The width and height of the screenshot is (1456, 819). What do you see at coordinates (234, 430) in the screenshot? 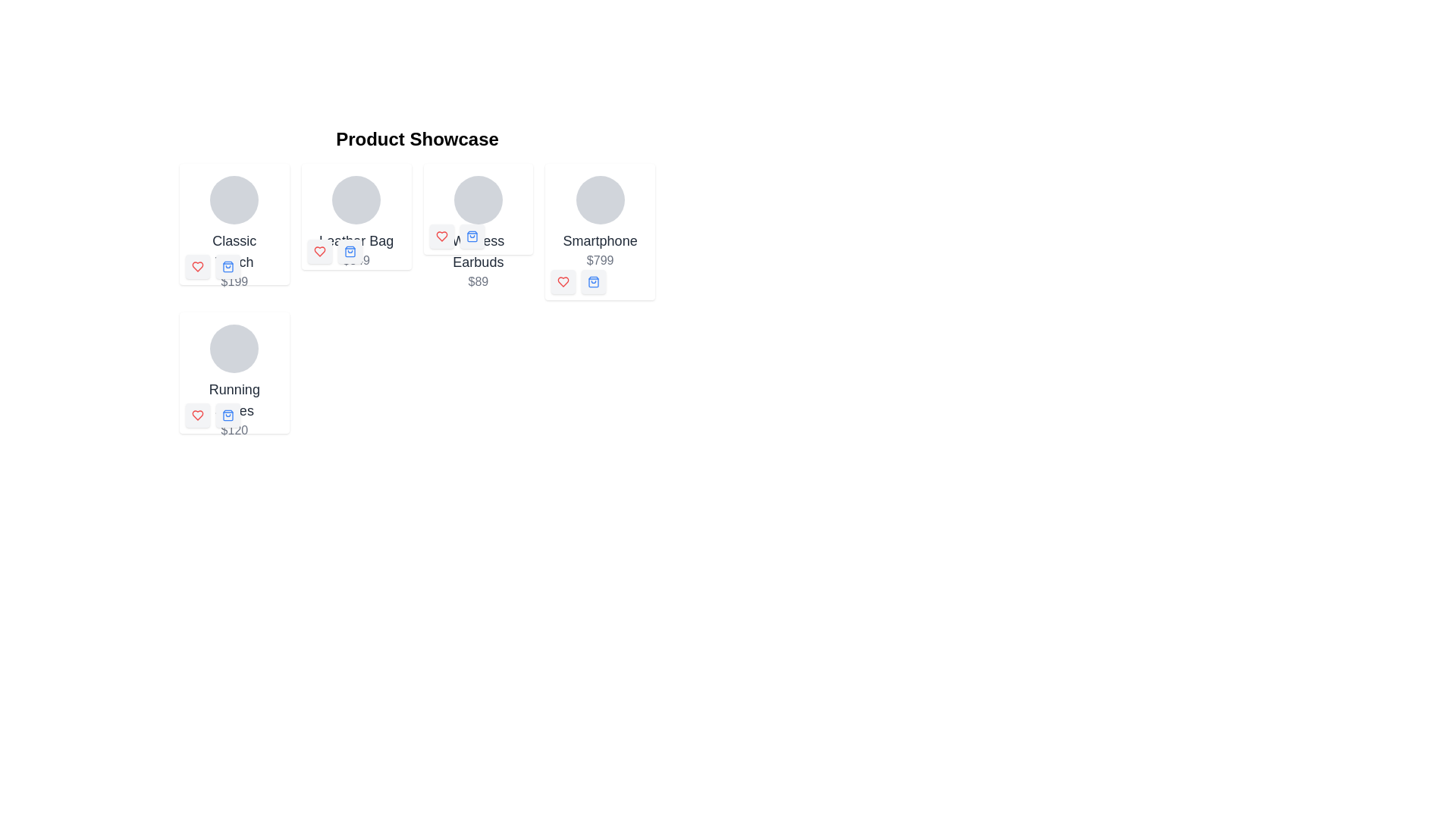
I see `the static text label displaying '$120', which is styled in subdued gray and located beneath the title 'Running Shoes' in the product card of the 'Product Showcase' interface` at bounding box center [234, 430].